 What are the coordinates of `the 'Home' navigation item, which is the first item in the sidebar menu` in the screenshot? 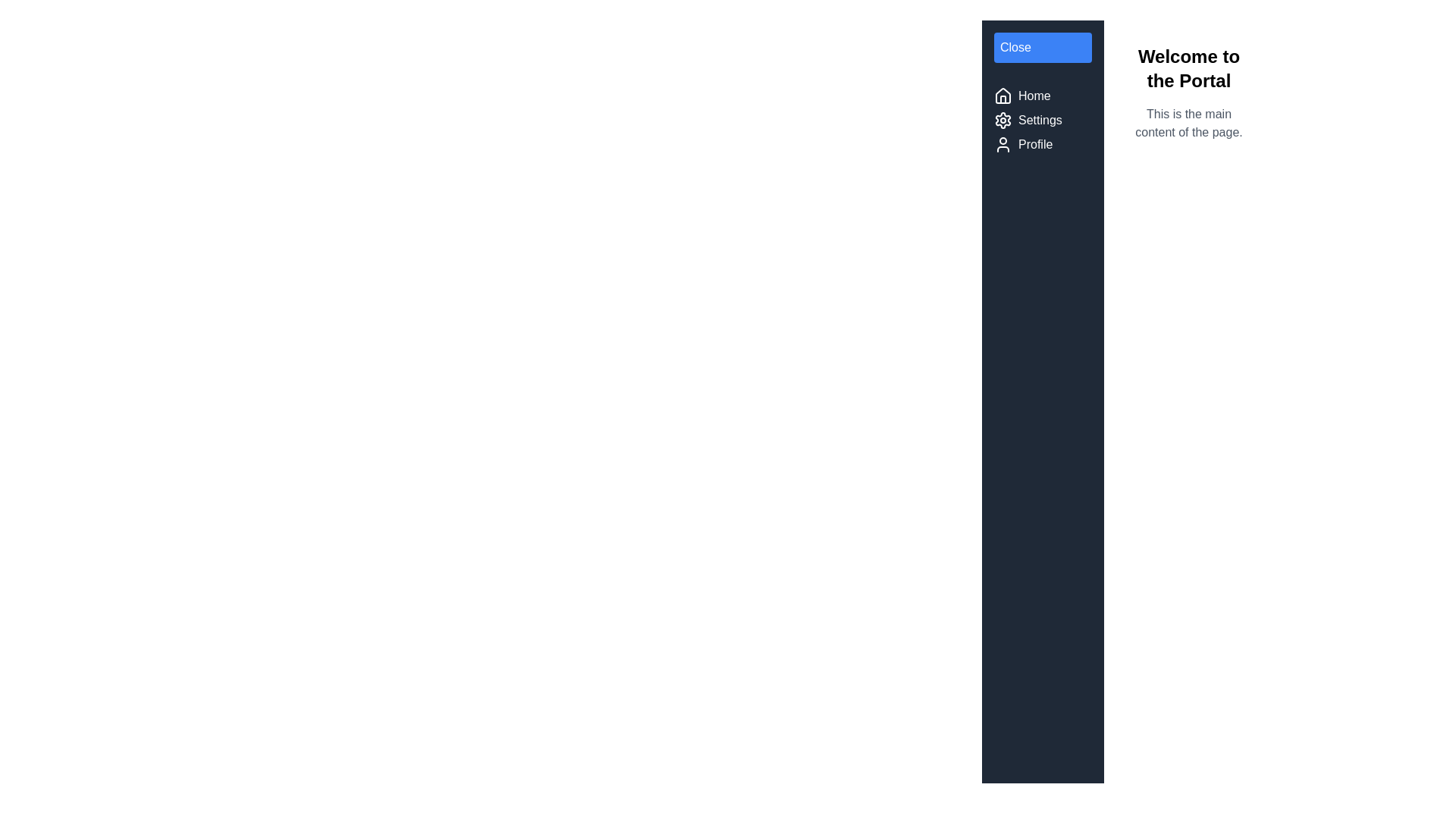 It's located at (1042, 96).